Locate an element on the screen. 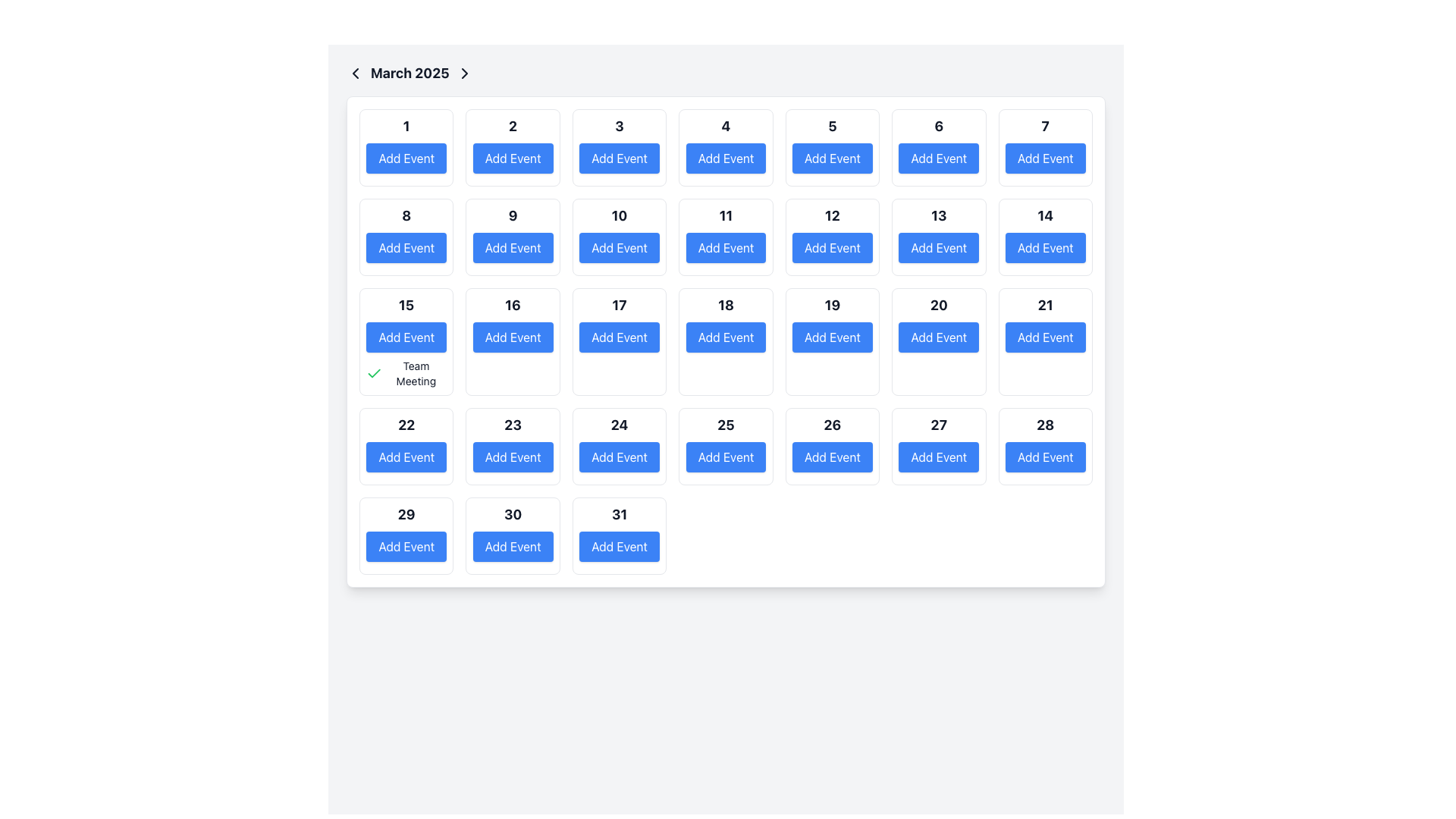  the 'Add Event' button located below the bold number '27' in the calendar day cell is located at coordinates (938, 446).